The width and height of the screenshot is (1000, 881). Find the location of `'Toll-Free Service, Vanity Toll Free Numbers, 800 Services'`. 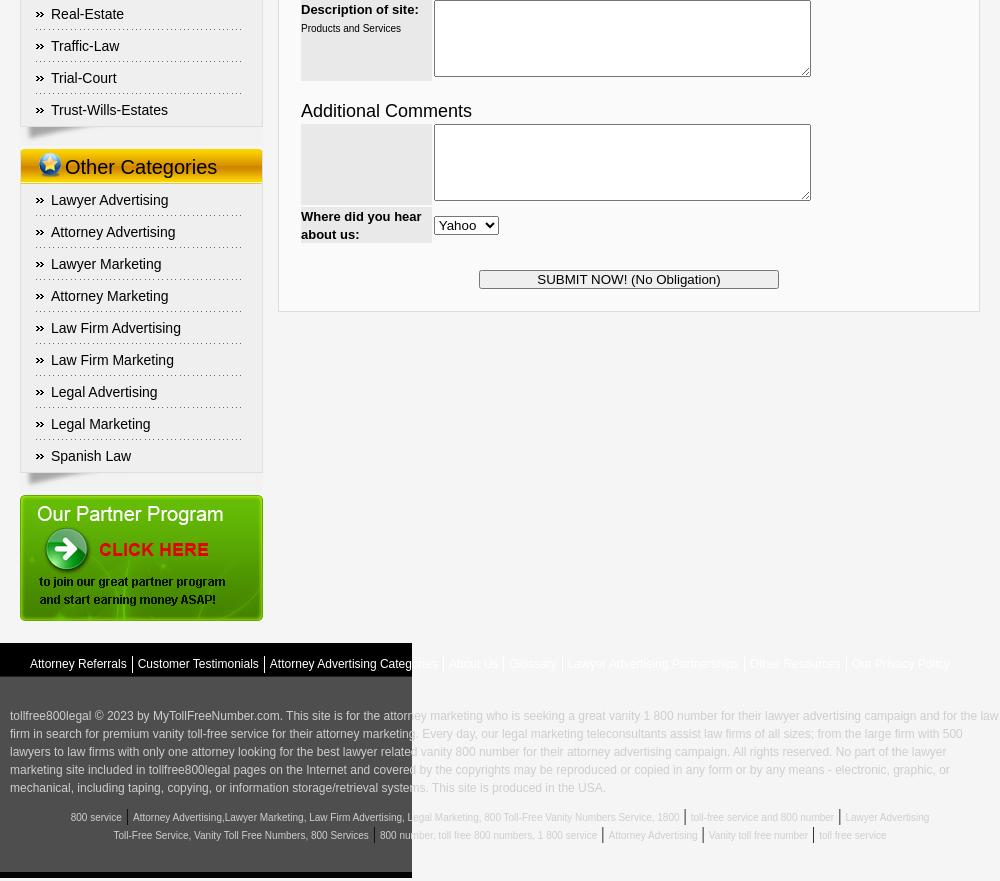

'Toll-Free Service, Vanity Toll Free Numbers, 800 Services' is located at coordinates (112, 834).